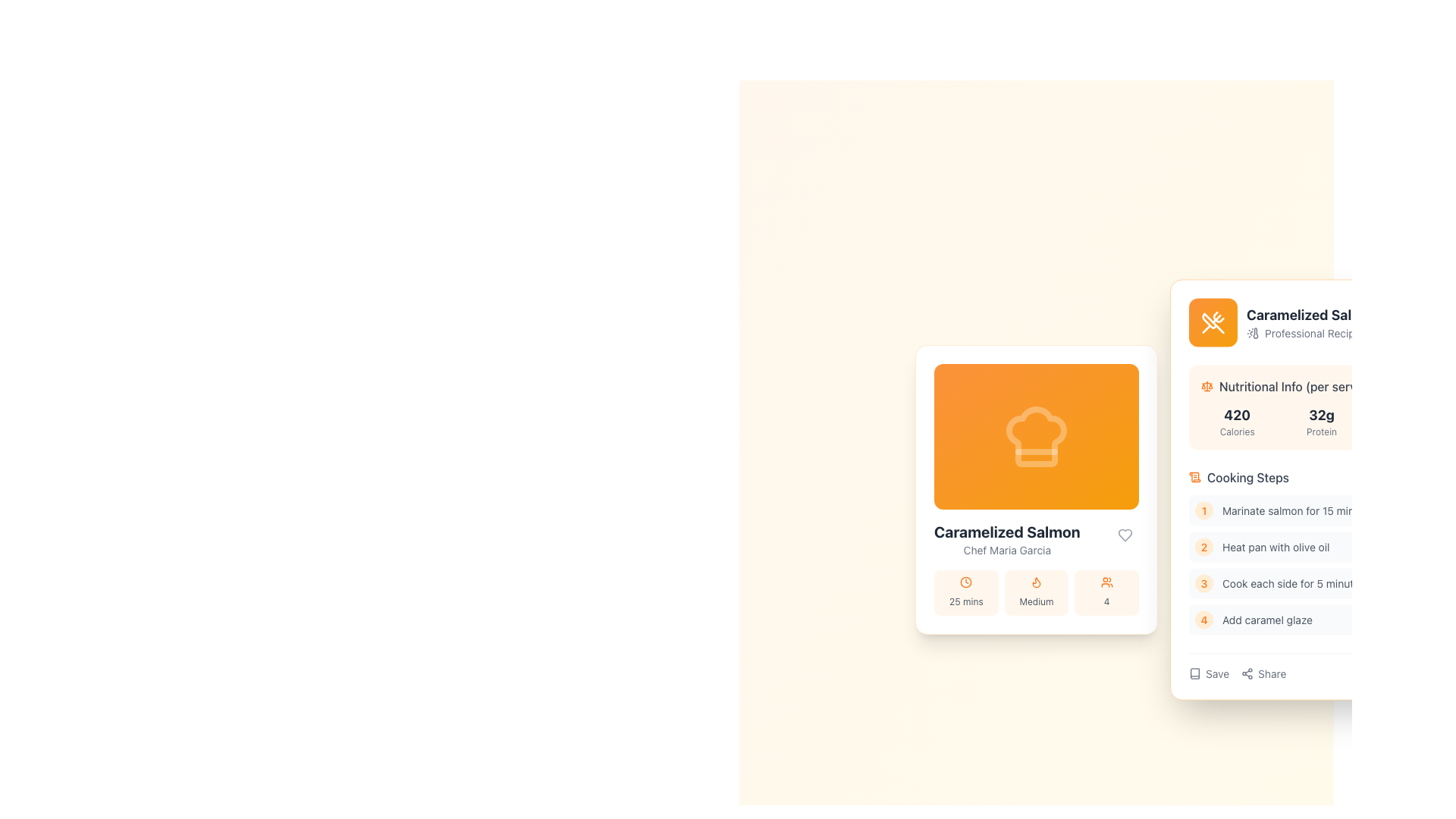 The image size is (1456, 819). I want to click on the first step in the cooking instructions list, which is positioned under the 'Cooking Steps' heading, so click(1320, 510).